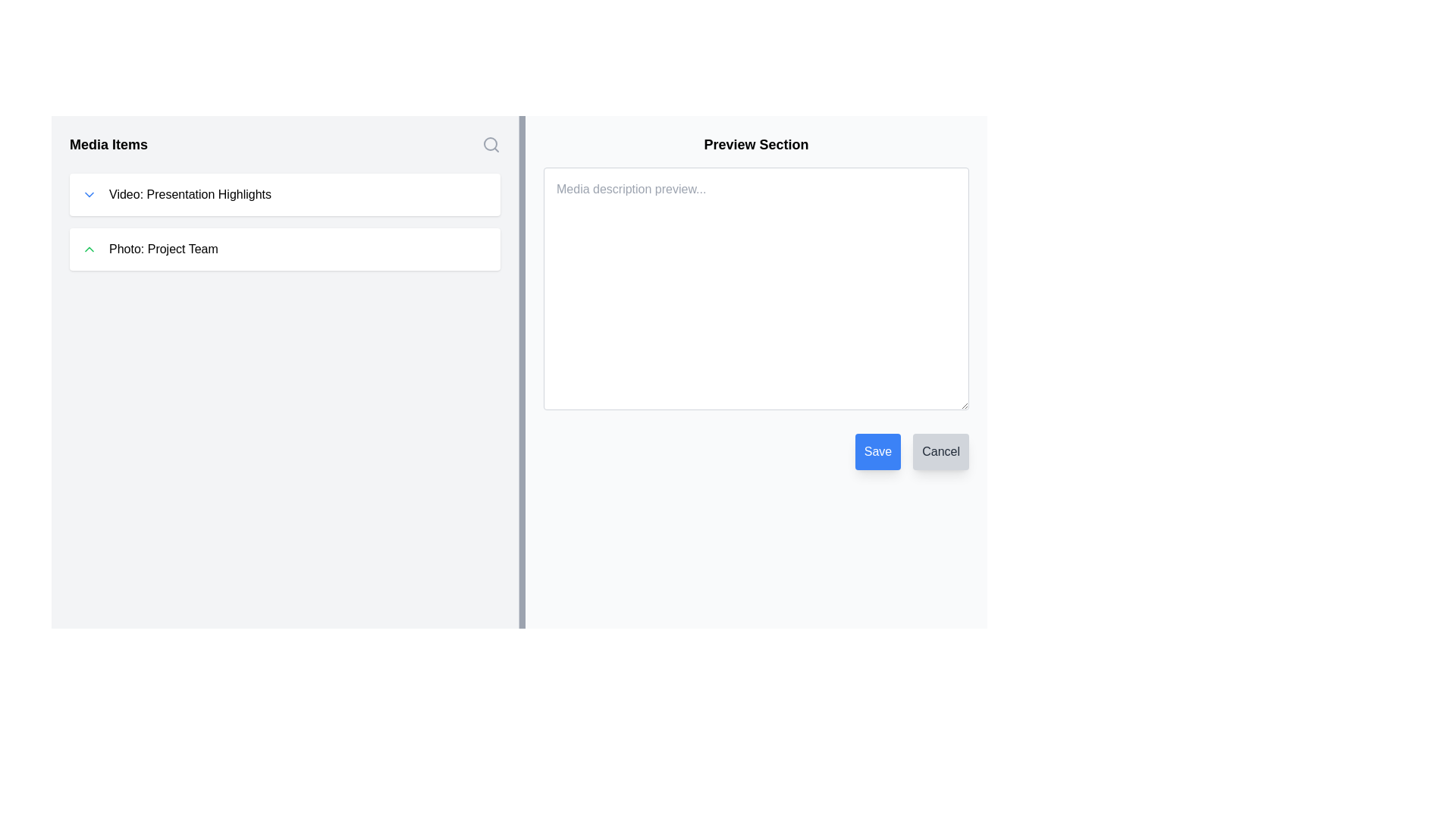  I want to click on the 'Cancel' button located at the bottom right corner of the view, which has a light gray background and is labeled 'Cancel', so click(940, 451).